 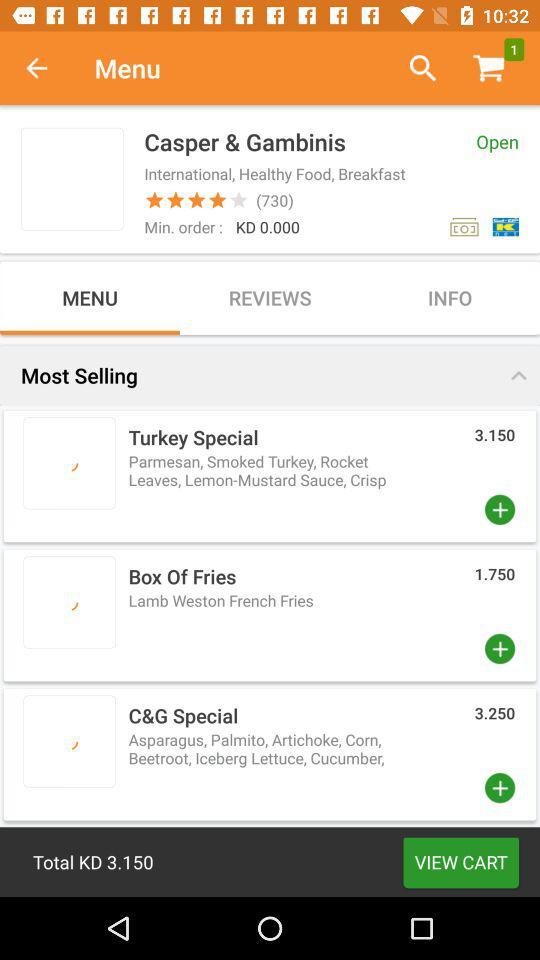 What do you see at coordinates (270, 614) in the screenshot?
I see `box above cg special` at bounding box center [270, 614].